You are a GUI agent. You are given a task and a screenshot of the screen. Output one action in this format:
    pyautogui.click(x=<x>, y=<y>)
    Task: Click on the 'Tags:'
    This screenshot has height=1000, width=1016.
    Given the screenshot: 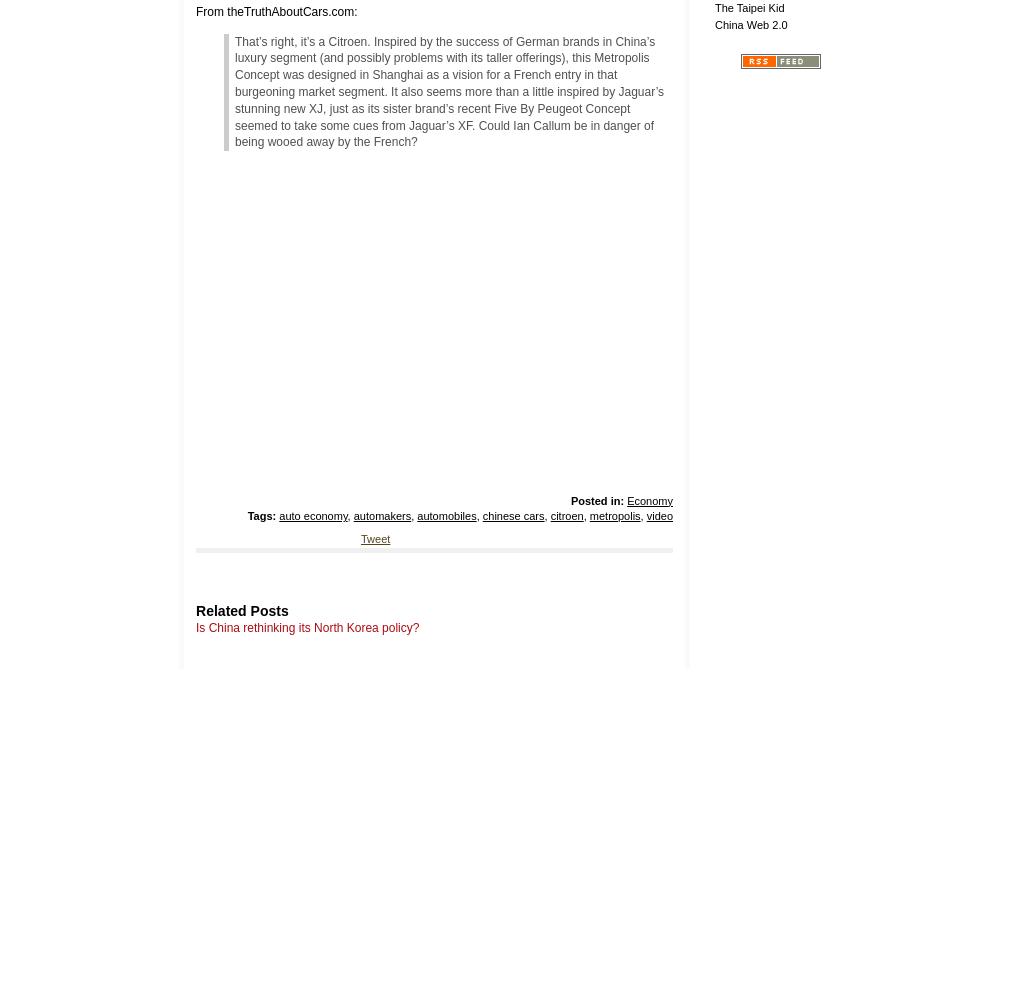 What is the action you would take?
    pyautogui.click(x=260, y=516)
    